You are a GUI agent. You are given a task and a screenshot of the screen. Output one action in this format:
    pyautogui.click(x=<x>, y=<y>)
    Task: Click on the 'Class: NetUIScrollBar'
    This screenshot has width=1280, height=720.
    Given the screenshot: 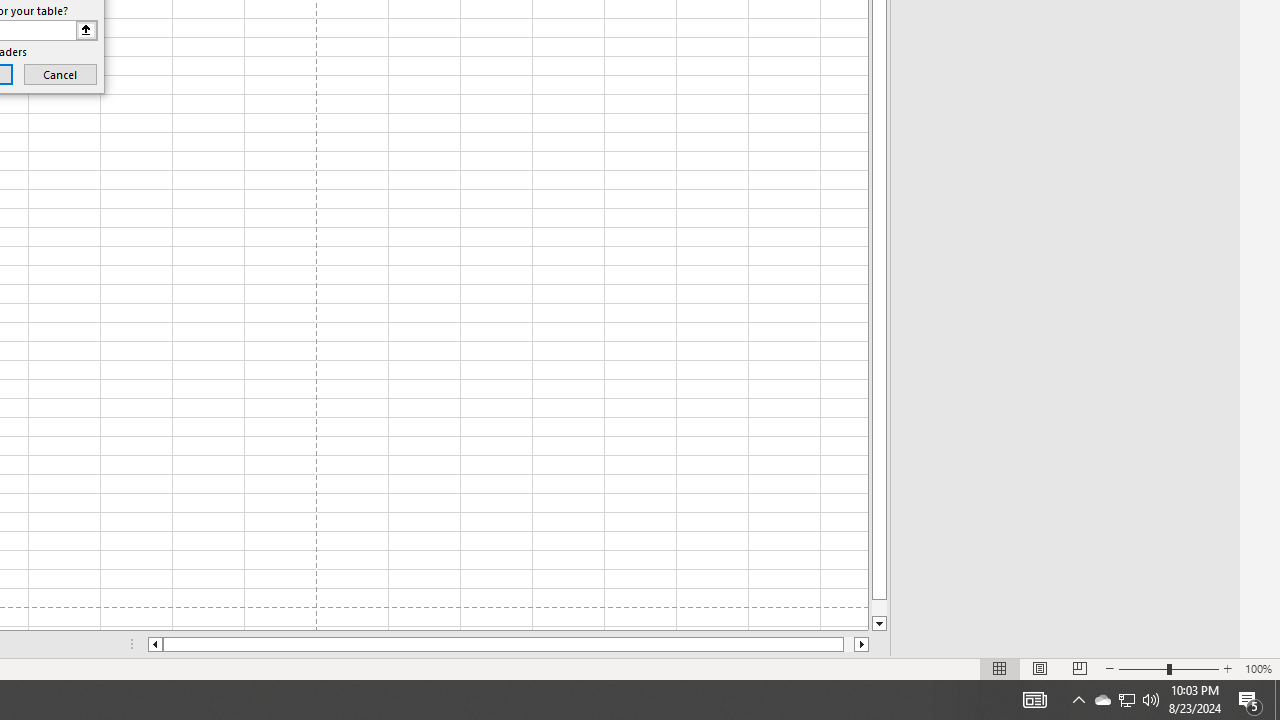 What is the action you would take?
    pyautogui.click(x=508, y=644)
    